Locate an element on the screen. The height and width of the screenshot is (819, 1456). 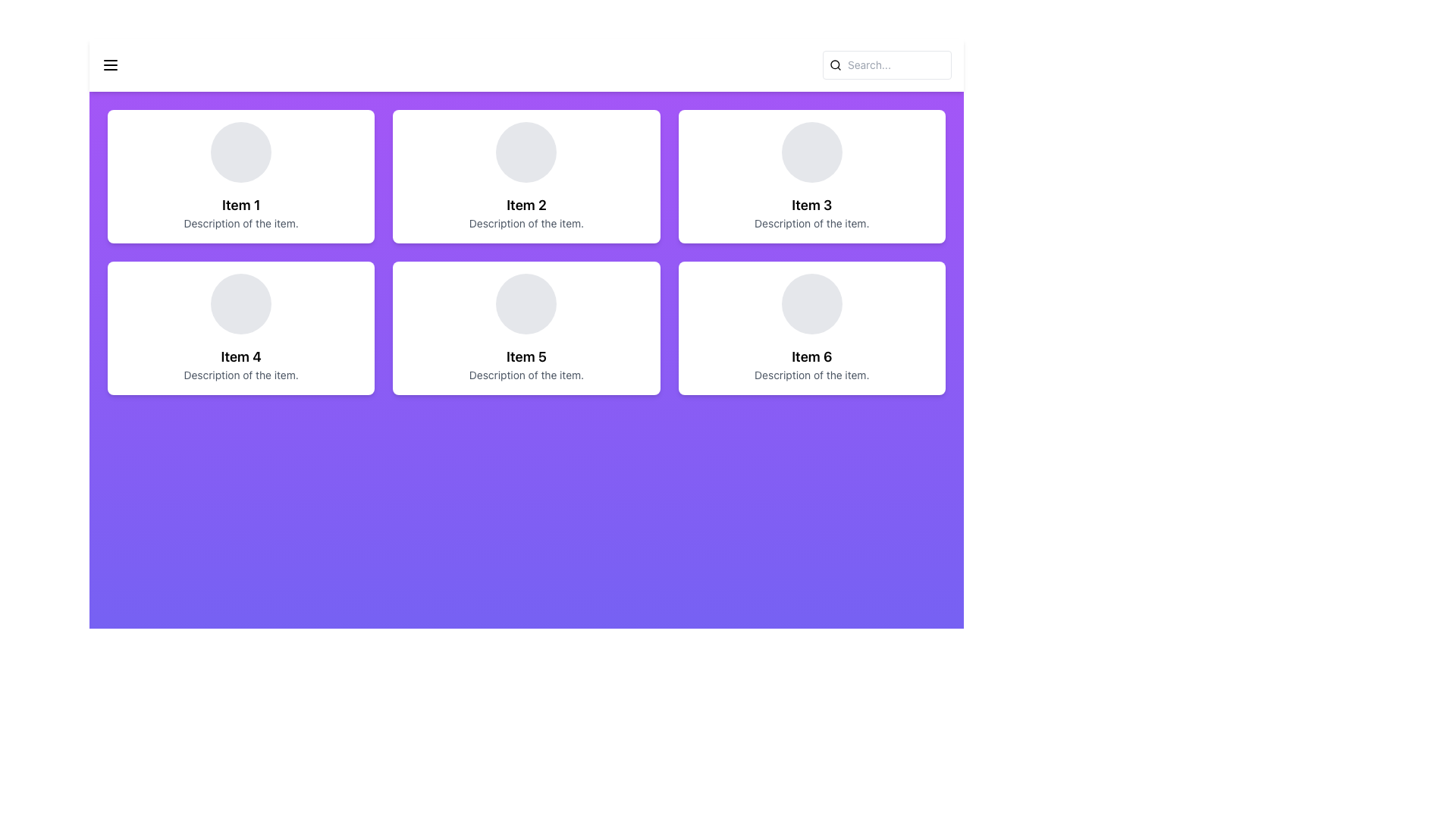
the second card in the top row of the grid layout, which displays an item summary including its title and description is located at coordinates (526, 175).